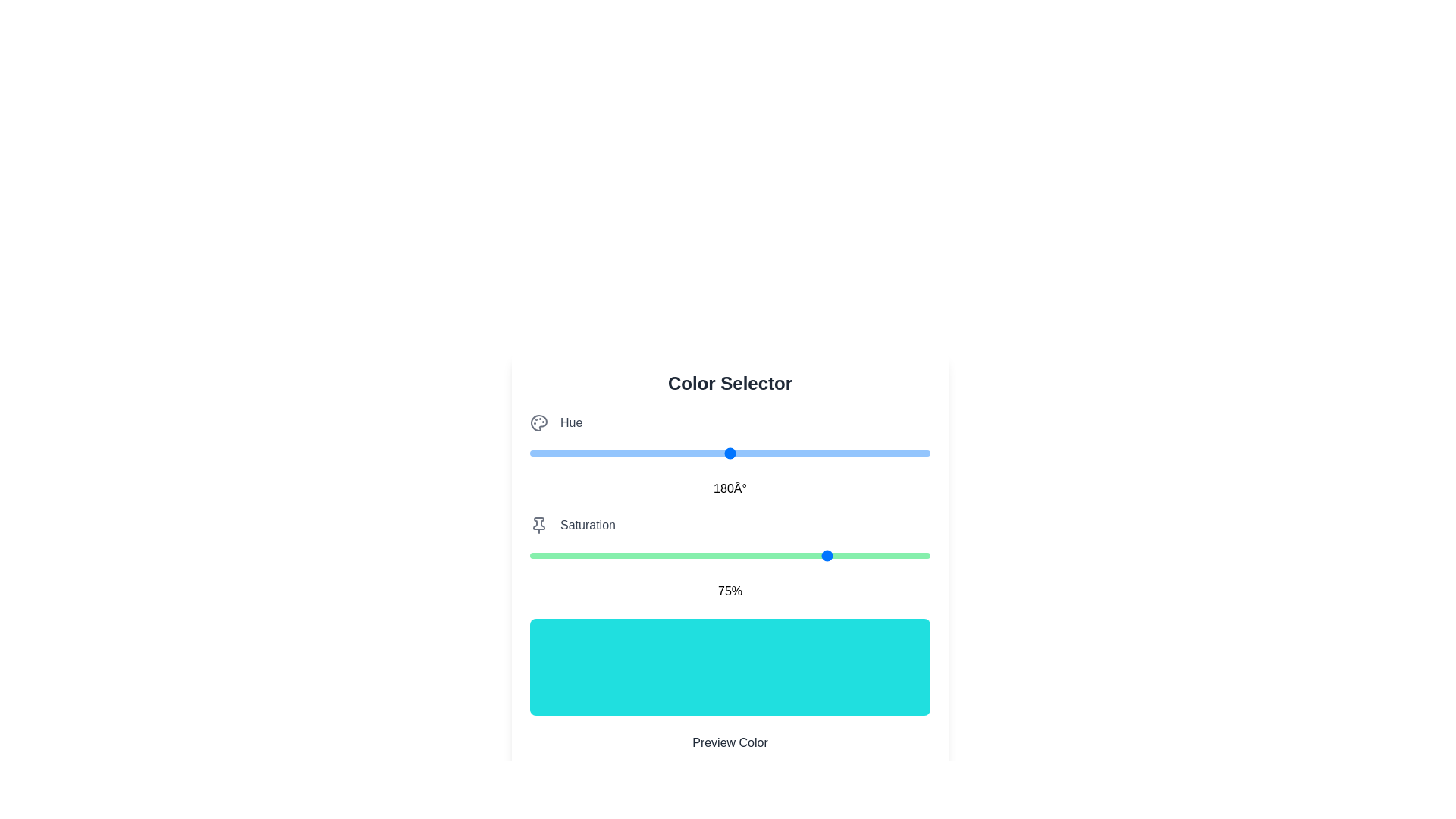 The width and height of the screenshot is (1456, 819). I want to click on the static text display showing '75%' in the 'Color Selector' panel, located below the green progress bar slider for 'Saturation', so click(730, 590).